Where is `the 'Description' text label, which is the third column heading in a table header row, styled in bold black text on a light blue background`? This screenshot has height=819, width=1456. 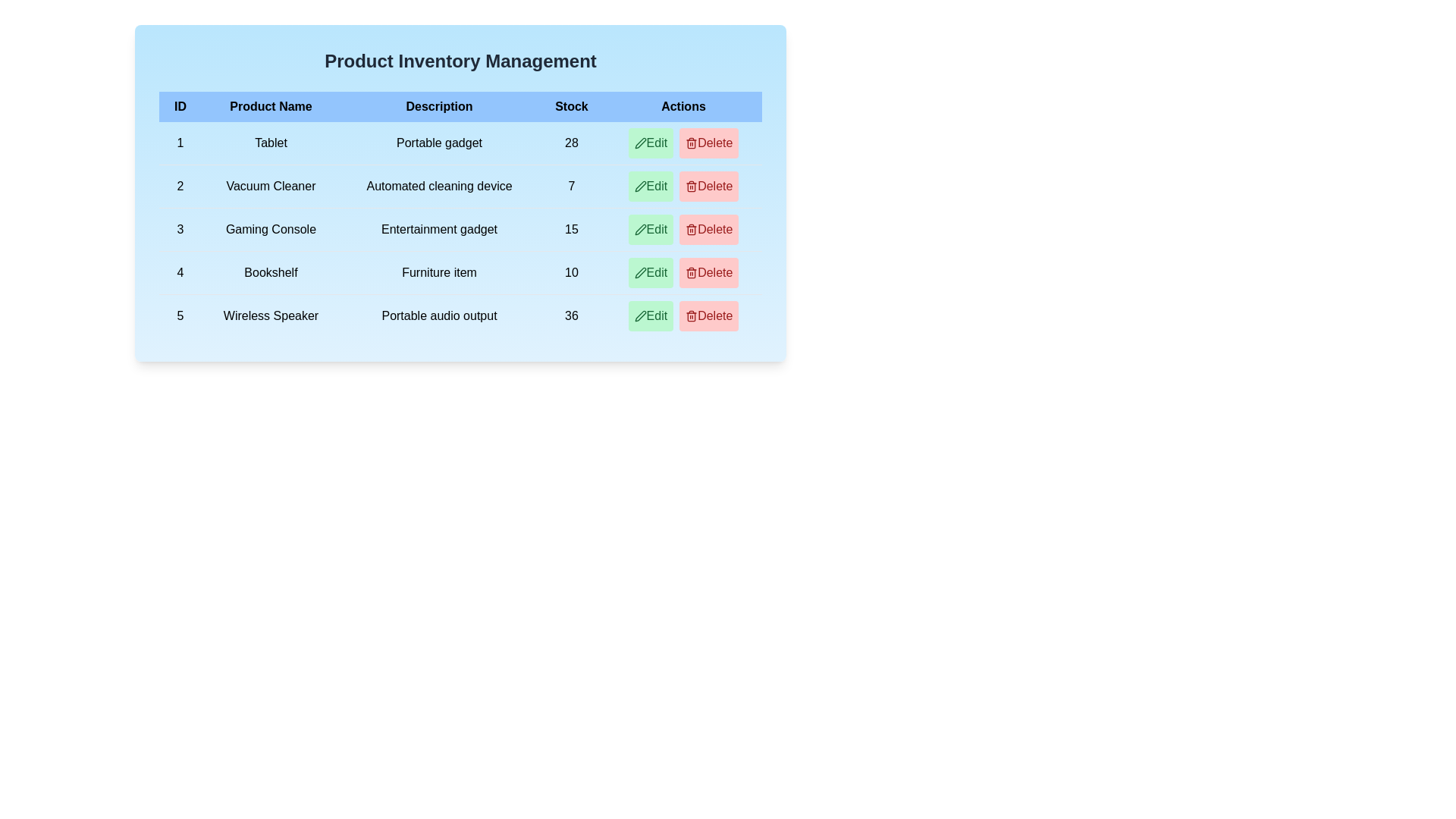 the 'Description' text label, which is the third column heading in a table header row, styled in bold black text on a light blue background is located at coordinates (438, 106).